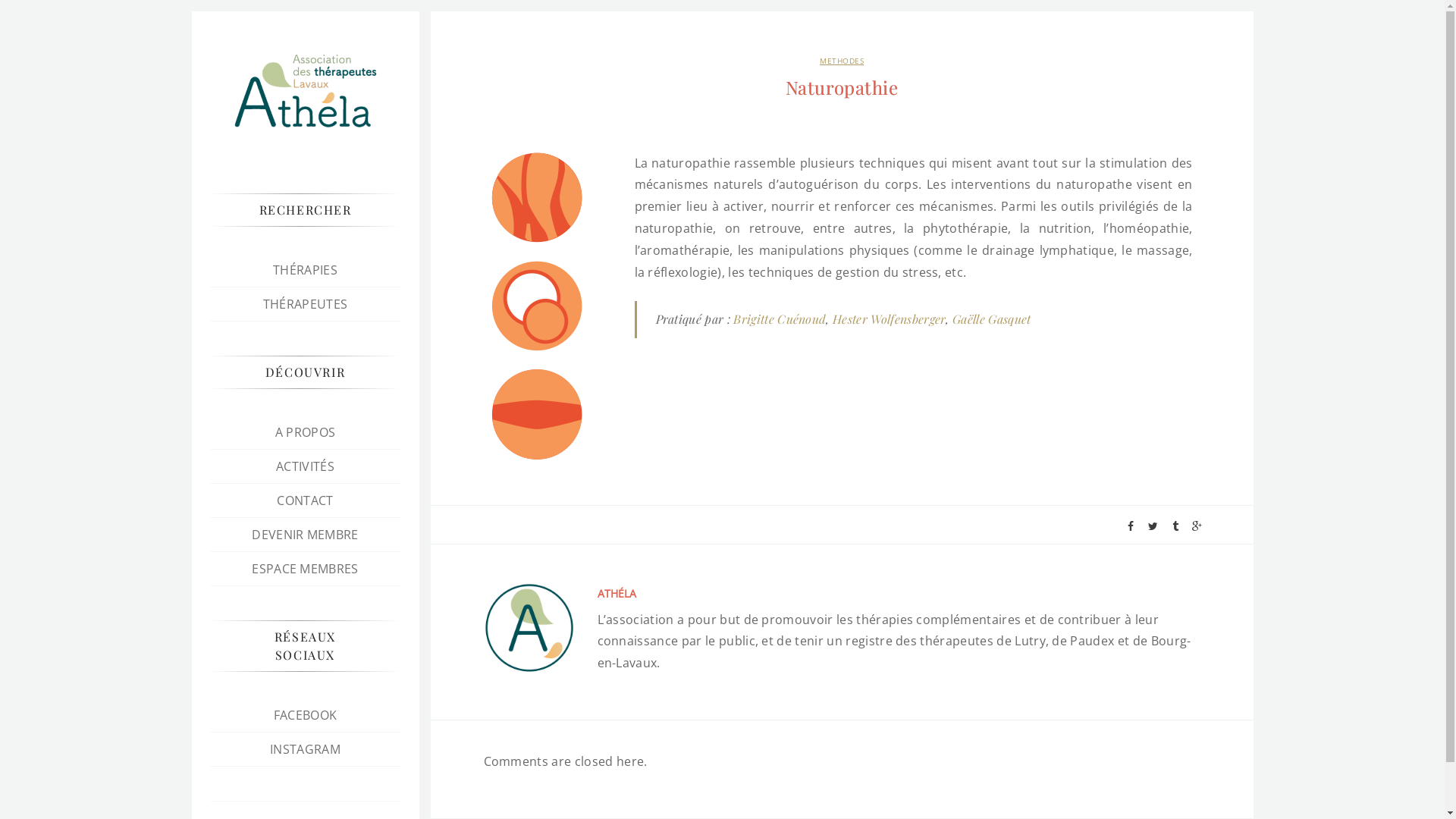  Describe the element at coordinates (889, 318) in the screenshot. I see `'Hester Wolfensberger'` at that location.